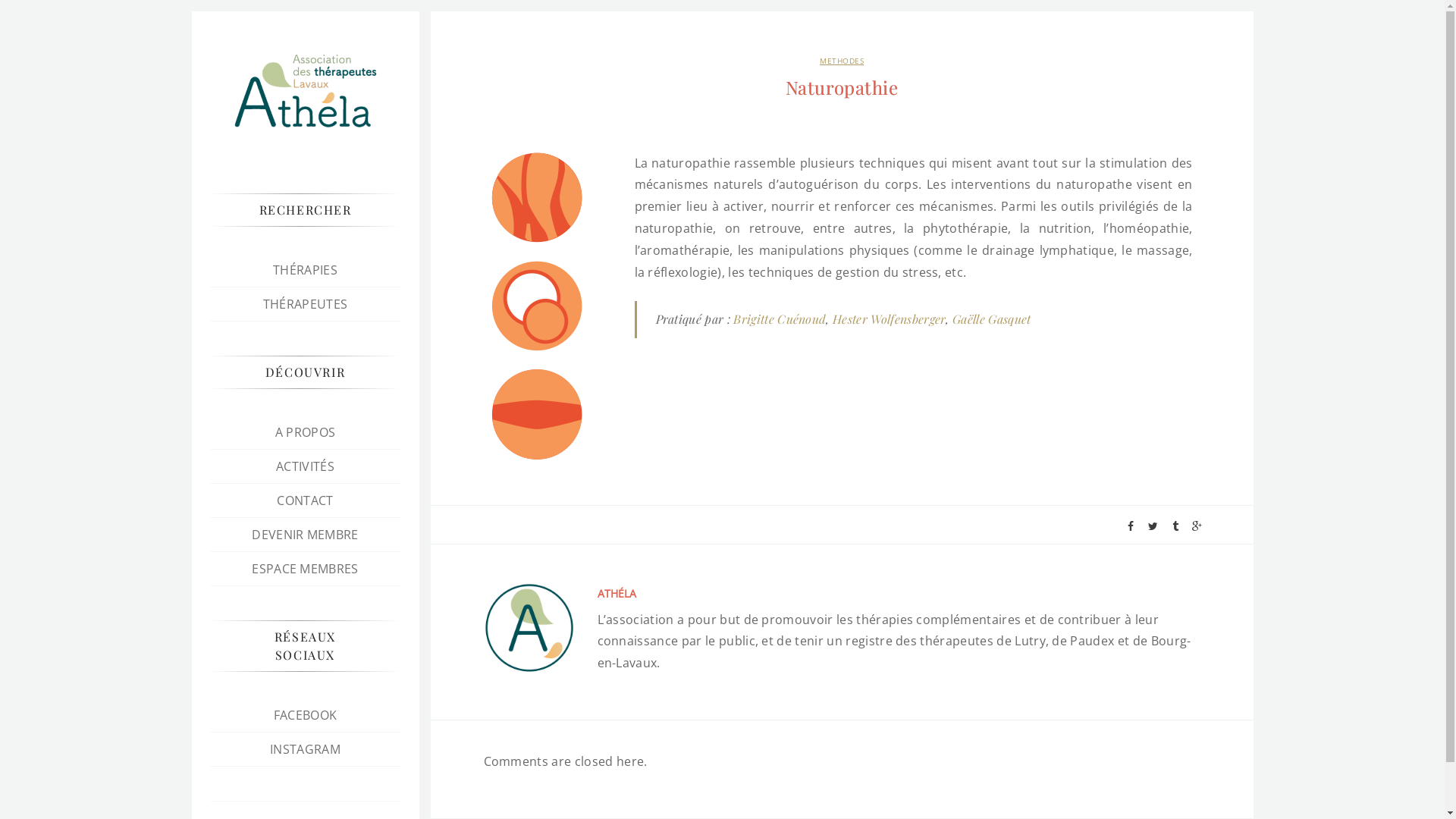  Describe the element at coordinates (889, 318) in the screenshot. I see `'Hester Wolfensberger'` at that location.